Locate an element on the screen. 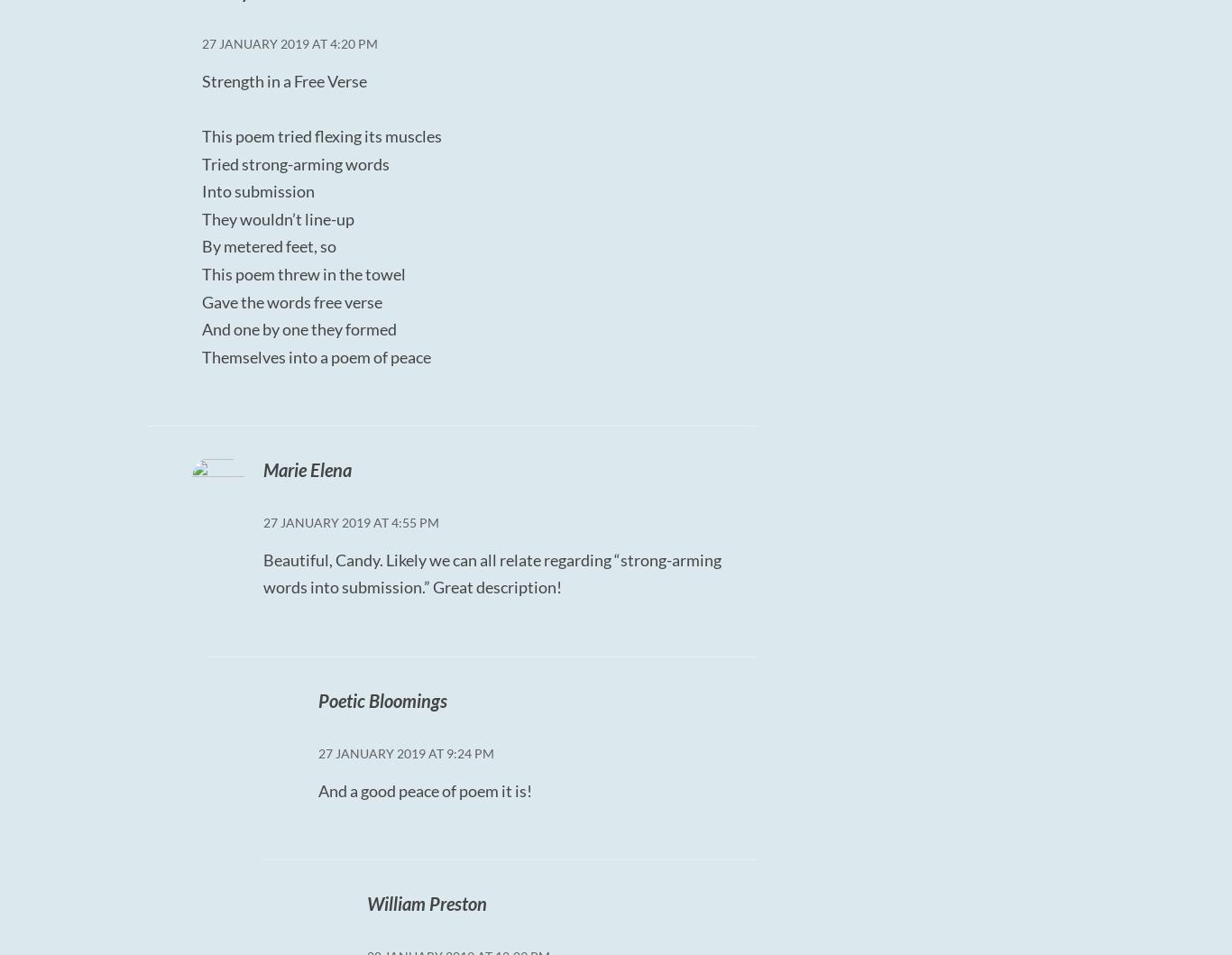 Image resolution: width=1232 pixels, height=955 pixels. 'This poem tried flexing its muscles' is located at coordinates (201, 133).